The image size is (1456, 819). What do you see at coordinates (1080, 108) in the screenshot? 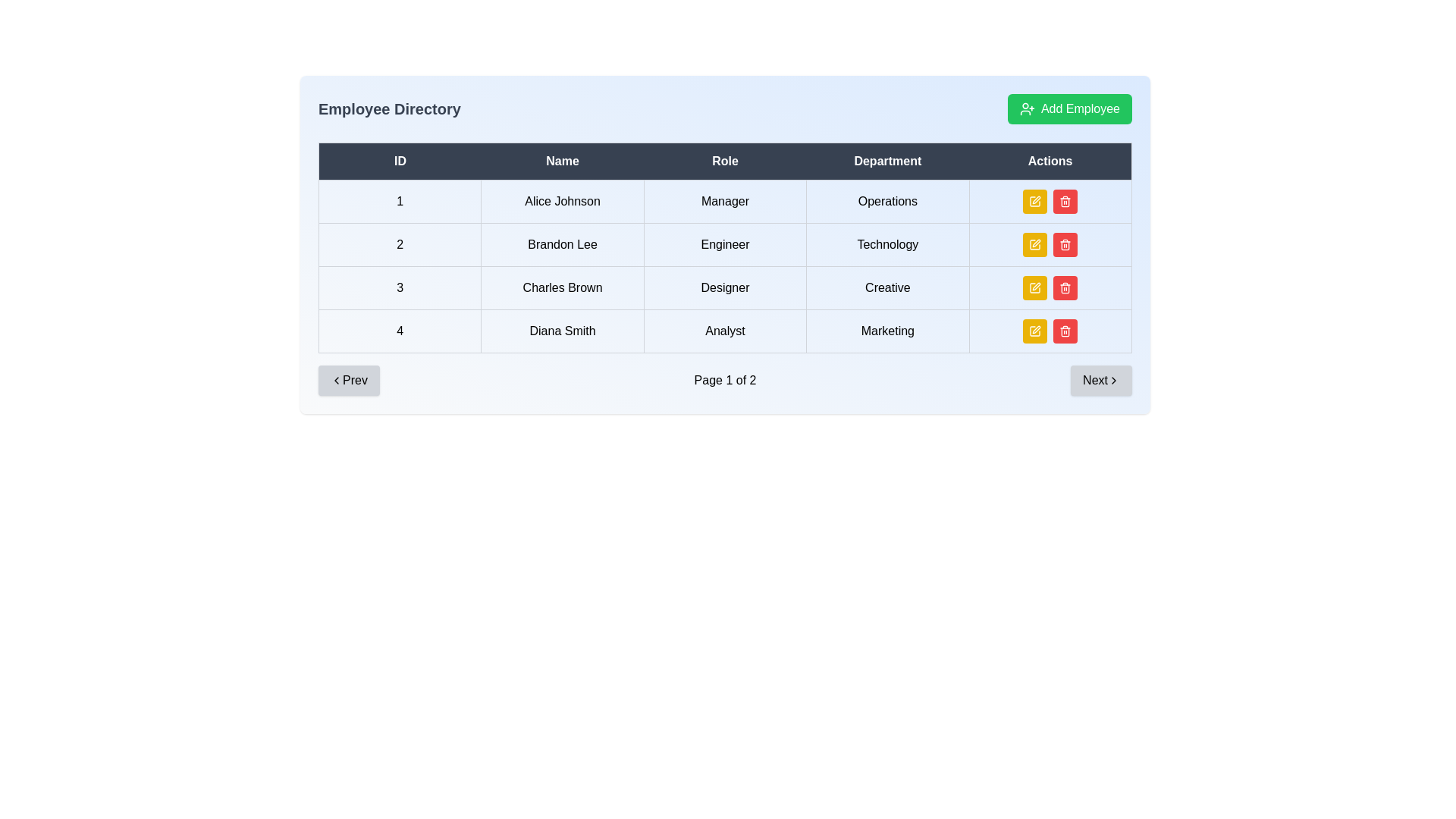
I see `the 'Add Employee' text label, which is styled in white font on a green rounded button located in the top-right corner of the employee list table header` at bounding box center [1080, 108].